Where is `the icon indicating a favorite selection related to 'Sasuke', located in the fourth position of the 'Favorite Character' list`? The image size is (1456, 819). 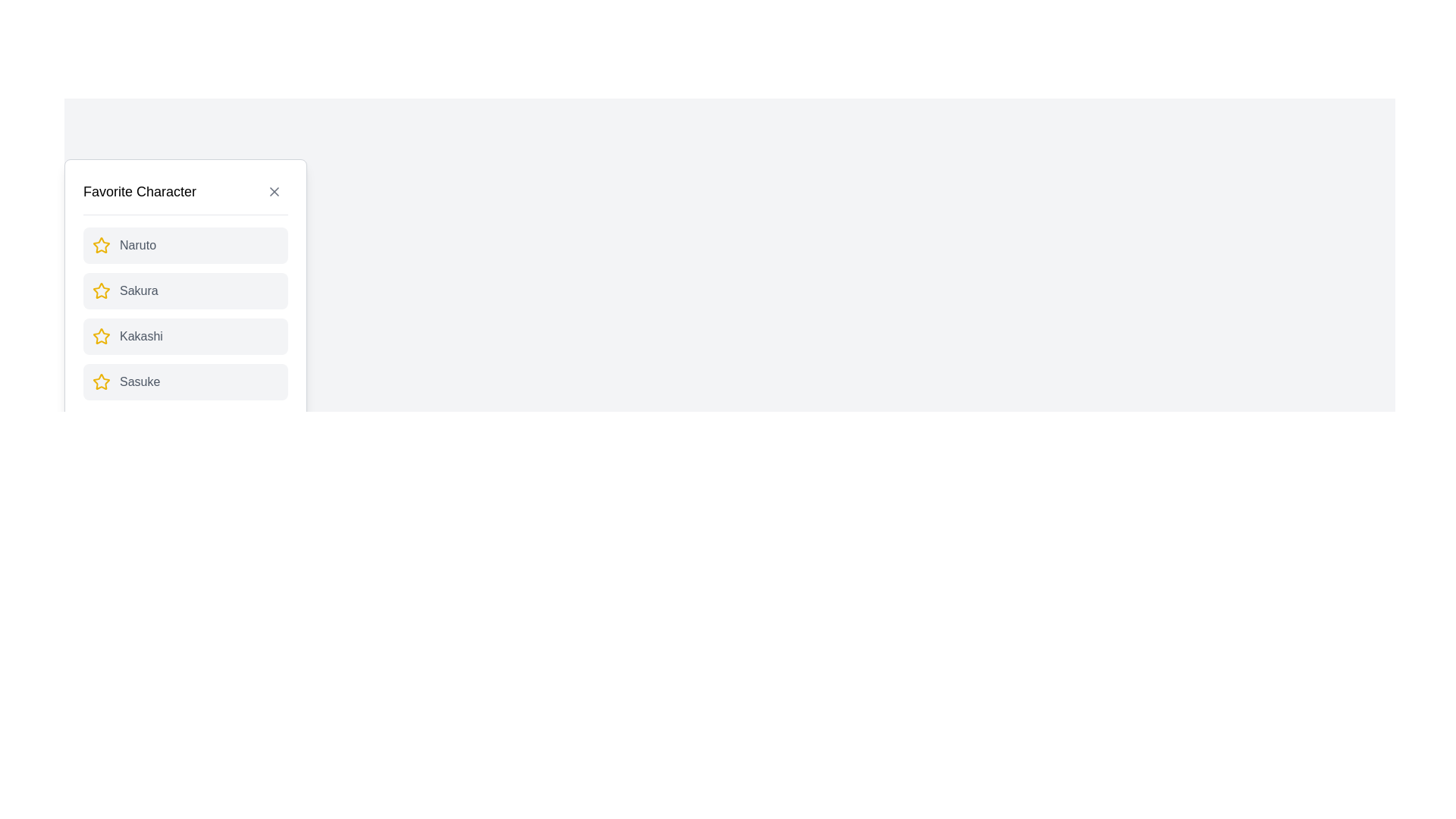
the icon indicating a favorite selection related to 'Sasuke', located in the fourth position of the 'Favorite Character' list is located at coordinates (101, 381).